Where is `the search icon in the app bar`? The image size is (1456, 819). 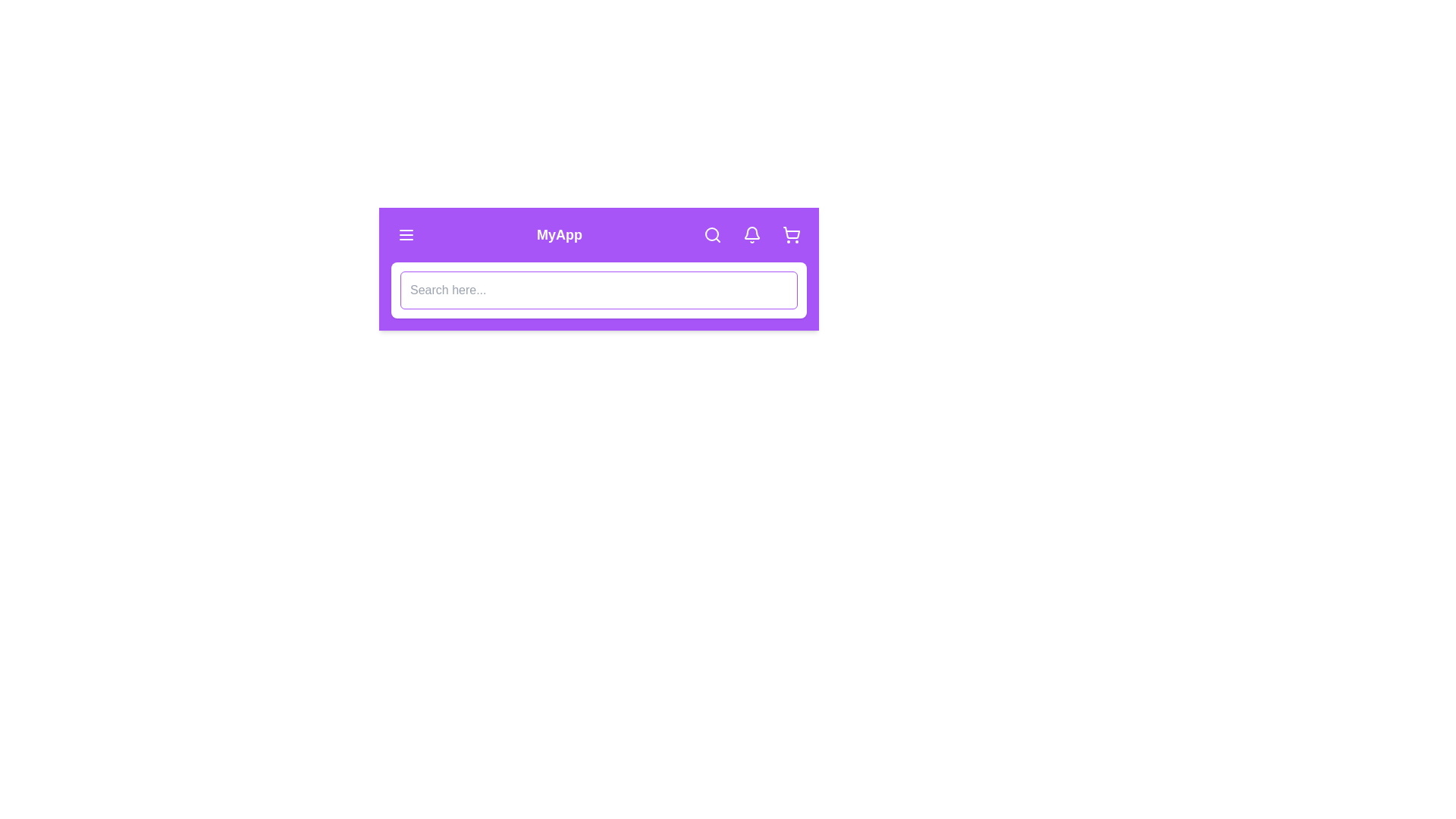
the search icon in the app bar is located at coordinates (712, 234).